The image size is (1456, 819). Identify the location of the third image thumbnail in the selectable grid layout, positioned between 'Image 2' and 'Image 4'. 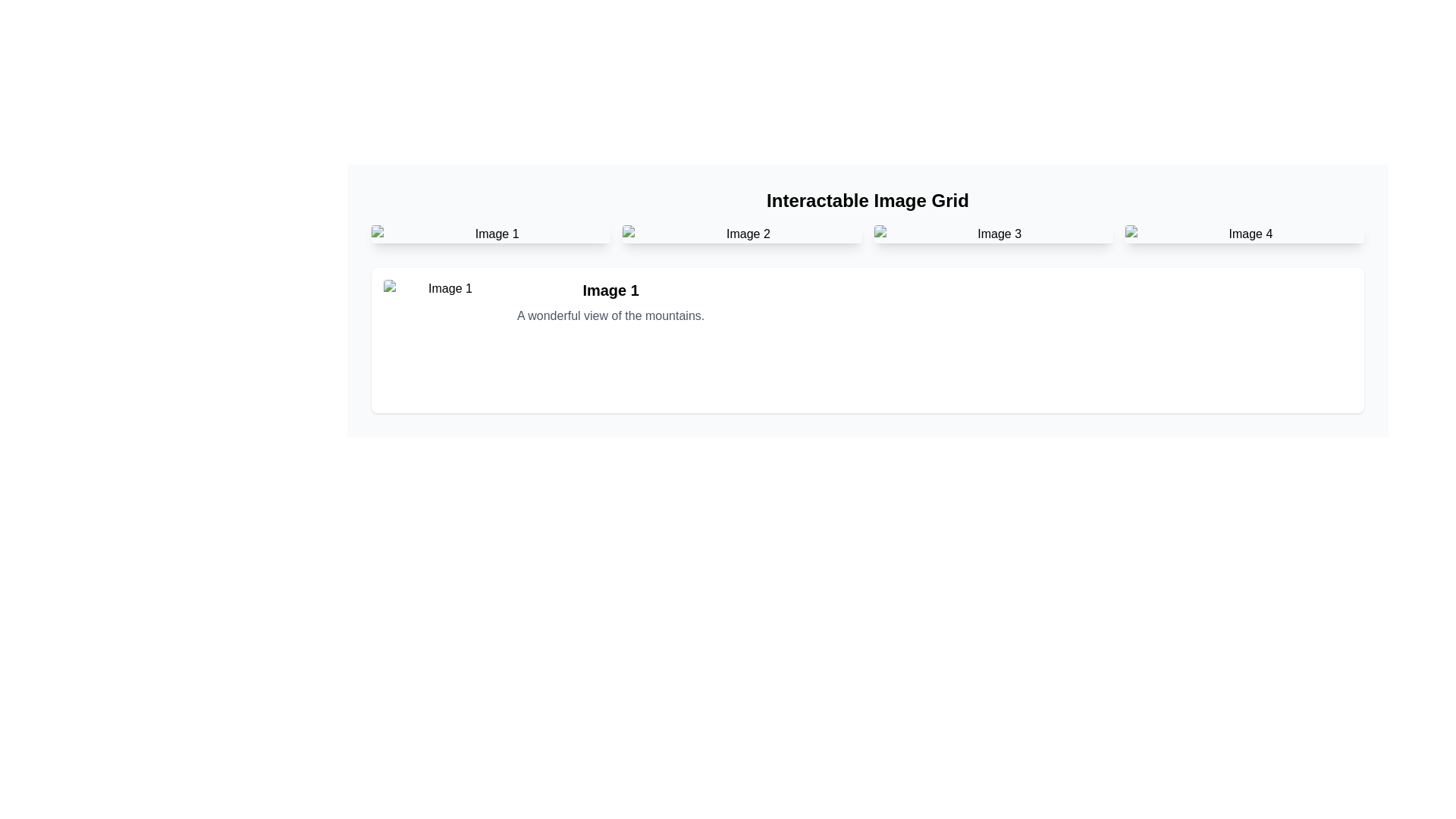
(993, 234).